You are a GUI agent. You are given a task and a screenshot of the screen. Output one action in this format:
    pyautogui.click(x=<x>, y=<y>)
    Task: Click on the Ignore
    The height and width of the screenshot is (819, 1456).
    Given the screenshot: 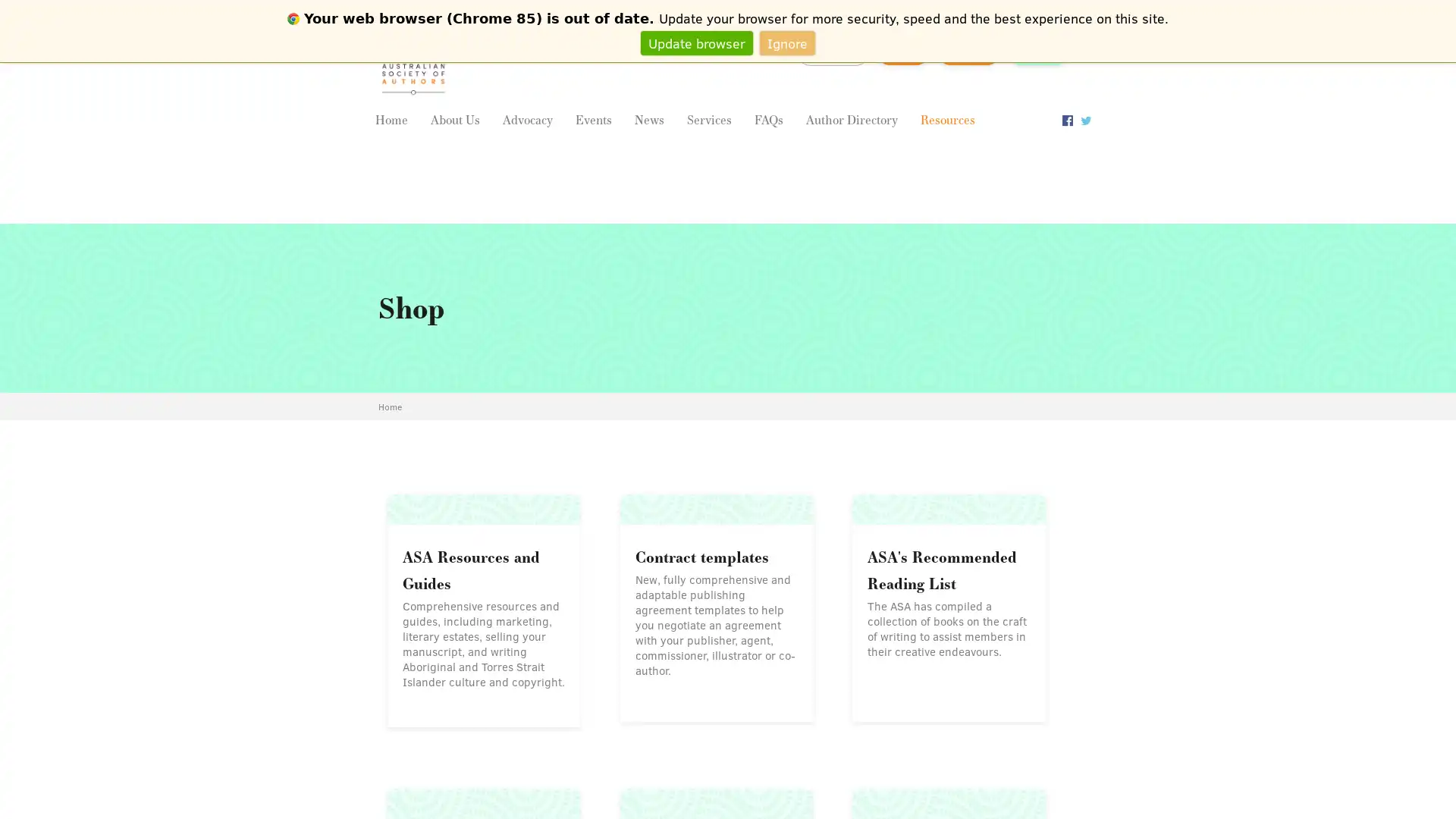 What is the action you would take?
    pyautogui.click(x=787, y=42)
    